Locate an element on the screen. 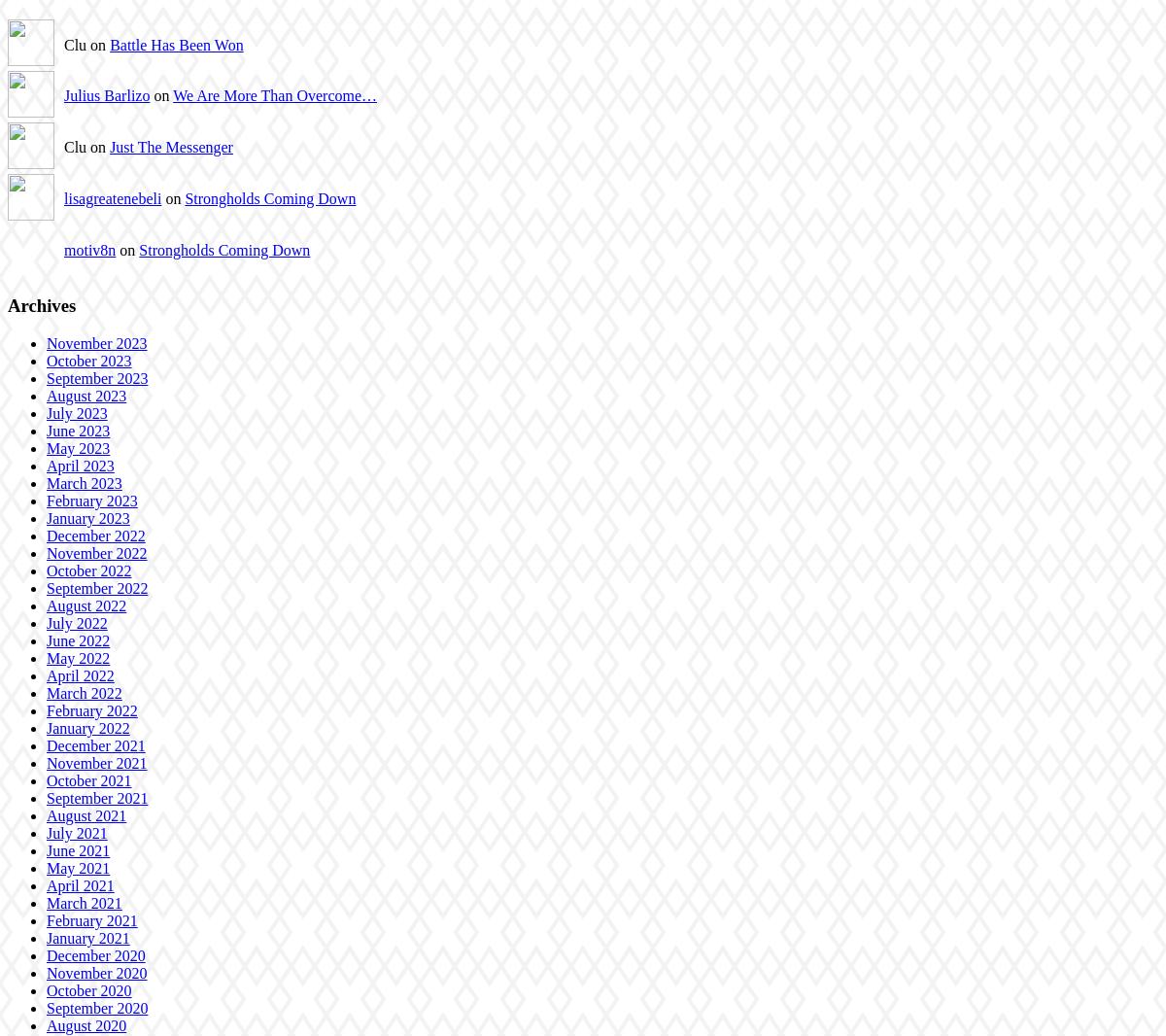 This screenshot has width=1166, height=1036. 'October 2023' is located at coordinates (47, 360).